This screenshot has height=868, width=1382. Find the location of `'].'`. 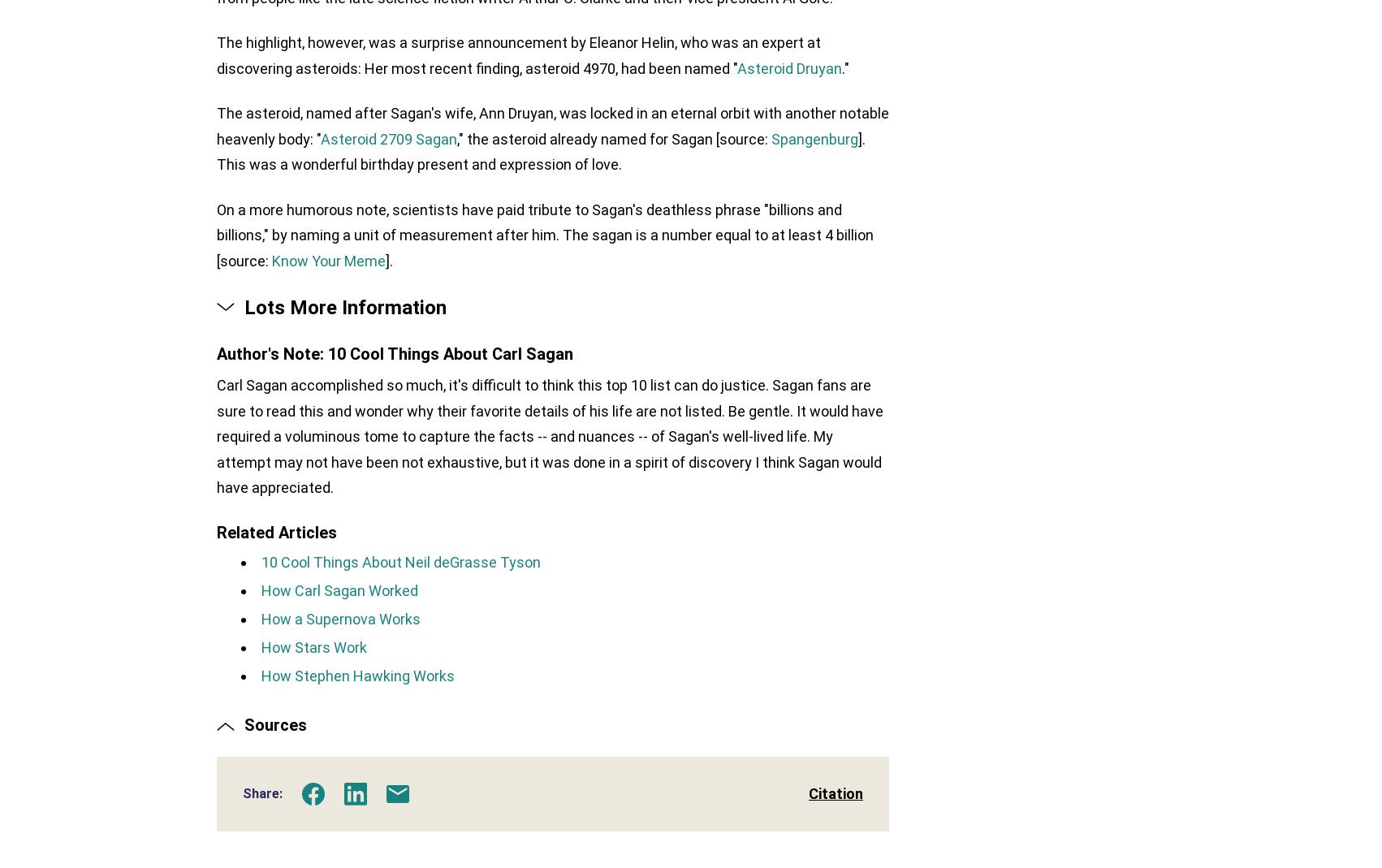

'].' is located at coordinates (388, 263).